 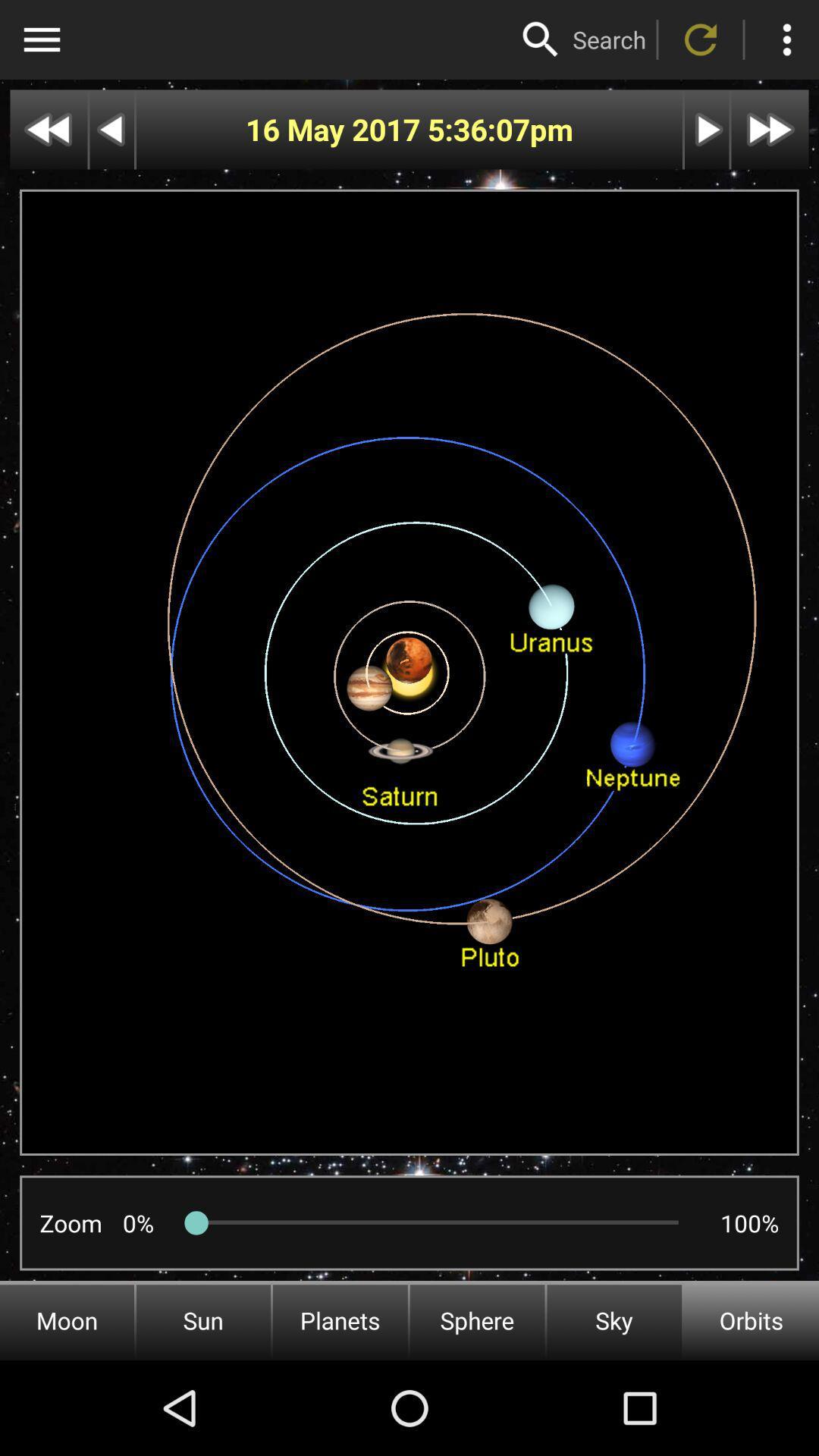 I want to click on icon to the left of pm app, so click(x=479, y=130).